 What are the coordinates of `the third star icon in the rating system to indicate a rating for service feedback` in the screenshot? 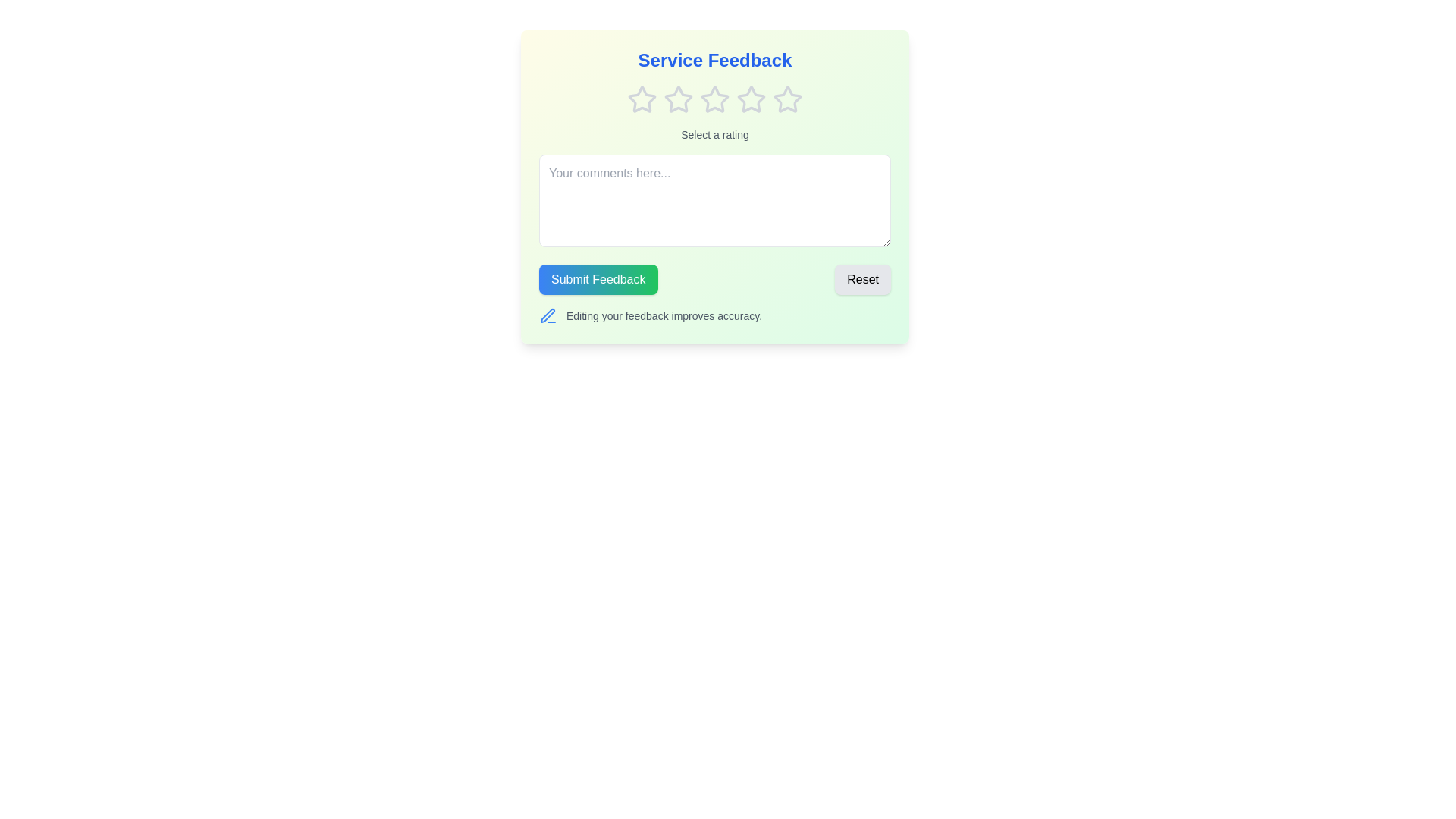 It's located at (677, 99).